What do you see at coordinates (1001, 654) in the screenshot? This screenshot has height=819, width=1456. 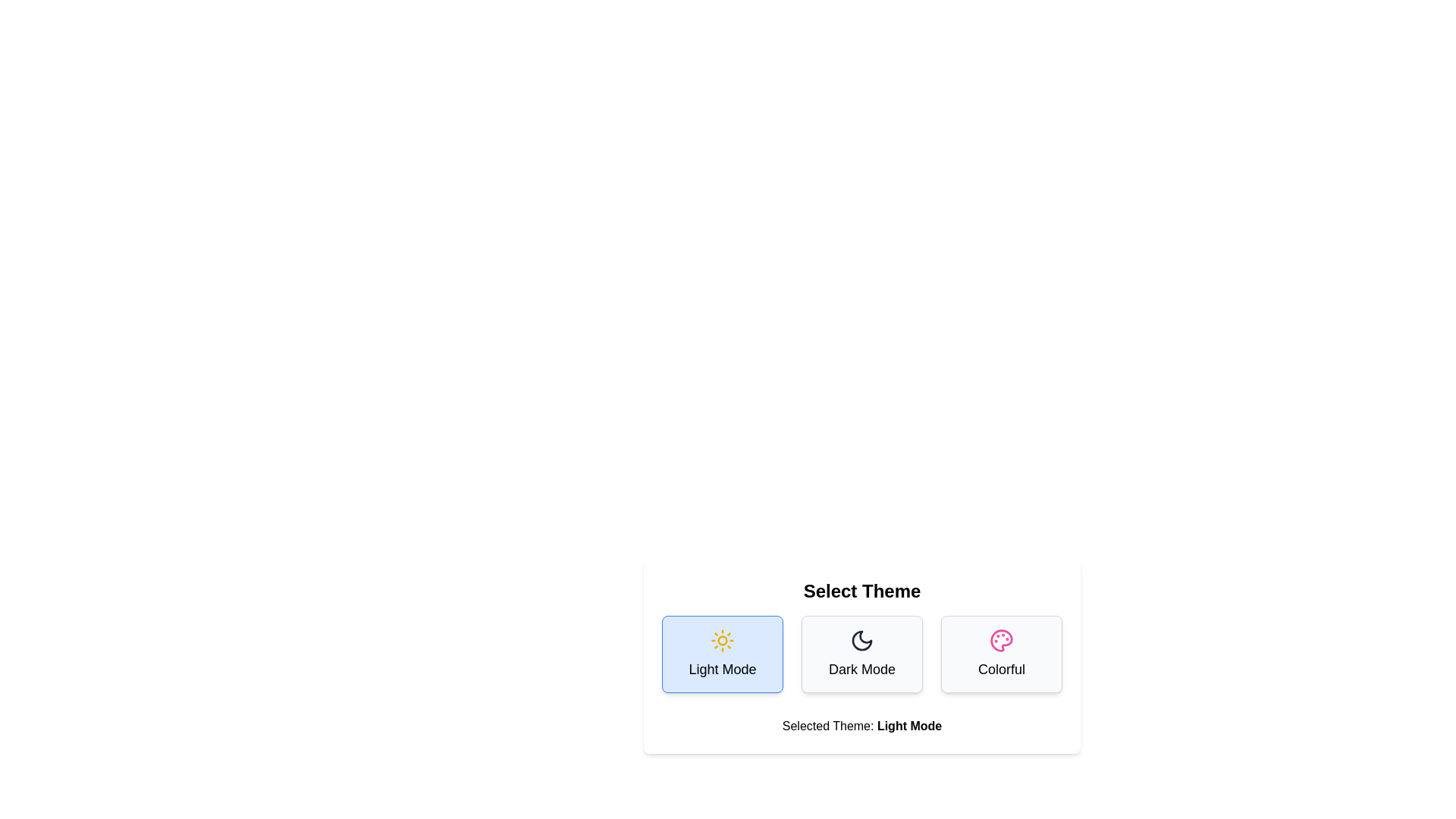 I see `the theme button corresponding to Colorful` at bounding box center [1001, 654].